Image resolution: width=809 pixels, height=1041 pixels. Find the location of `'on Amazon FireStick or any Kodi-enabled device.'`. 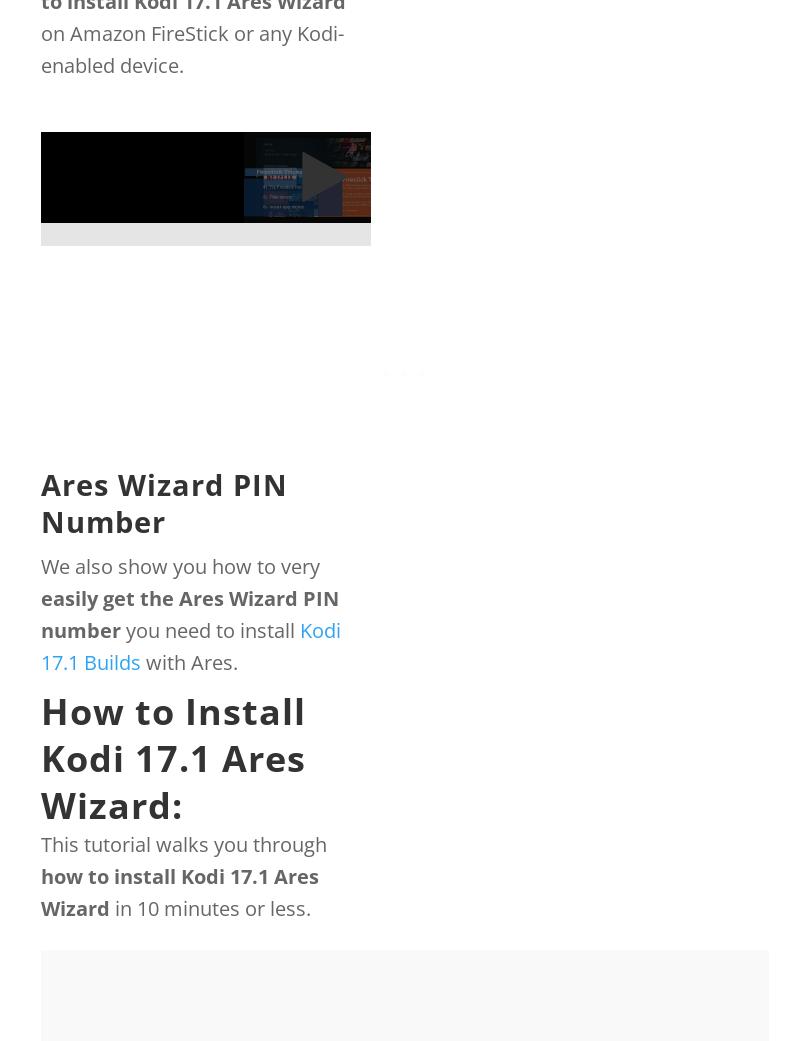

'on Amazon FireStick or any Kodi-enabled device.' is located at coordinates (191, 47).